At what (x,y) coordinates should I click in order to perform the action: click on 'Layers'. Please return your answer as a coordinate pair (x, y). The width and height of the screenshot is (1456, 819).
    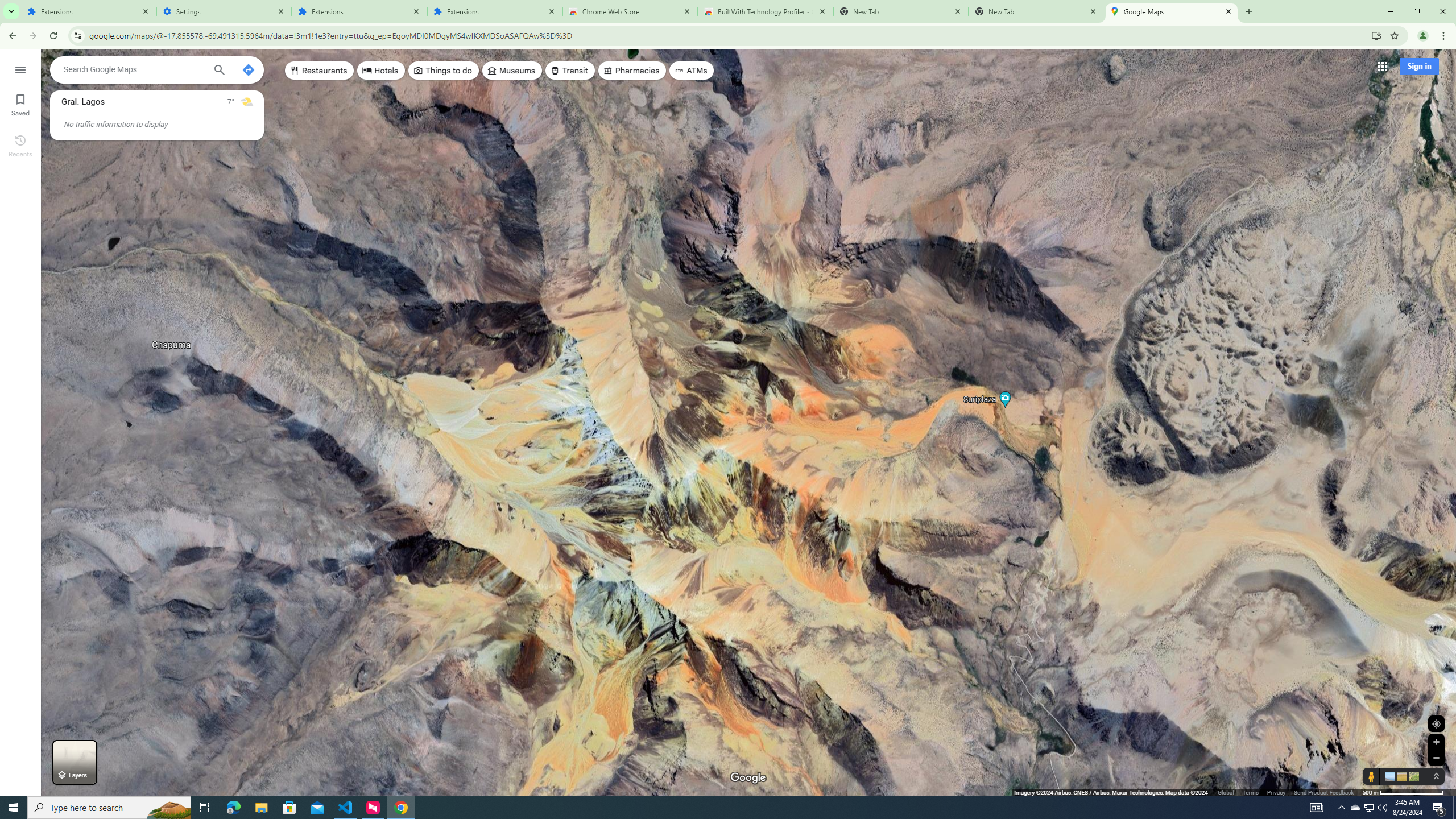
    Looking at the image, I should click on (74, 762).